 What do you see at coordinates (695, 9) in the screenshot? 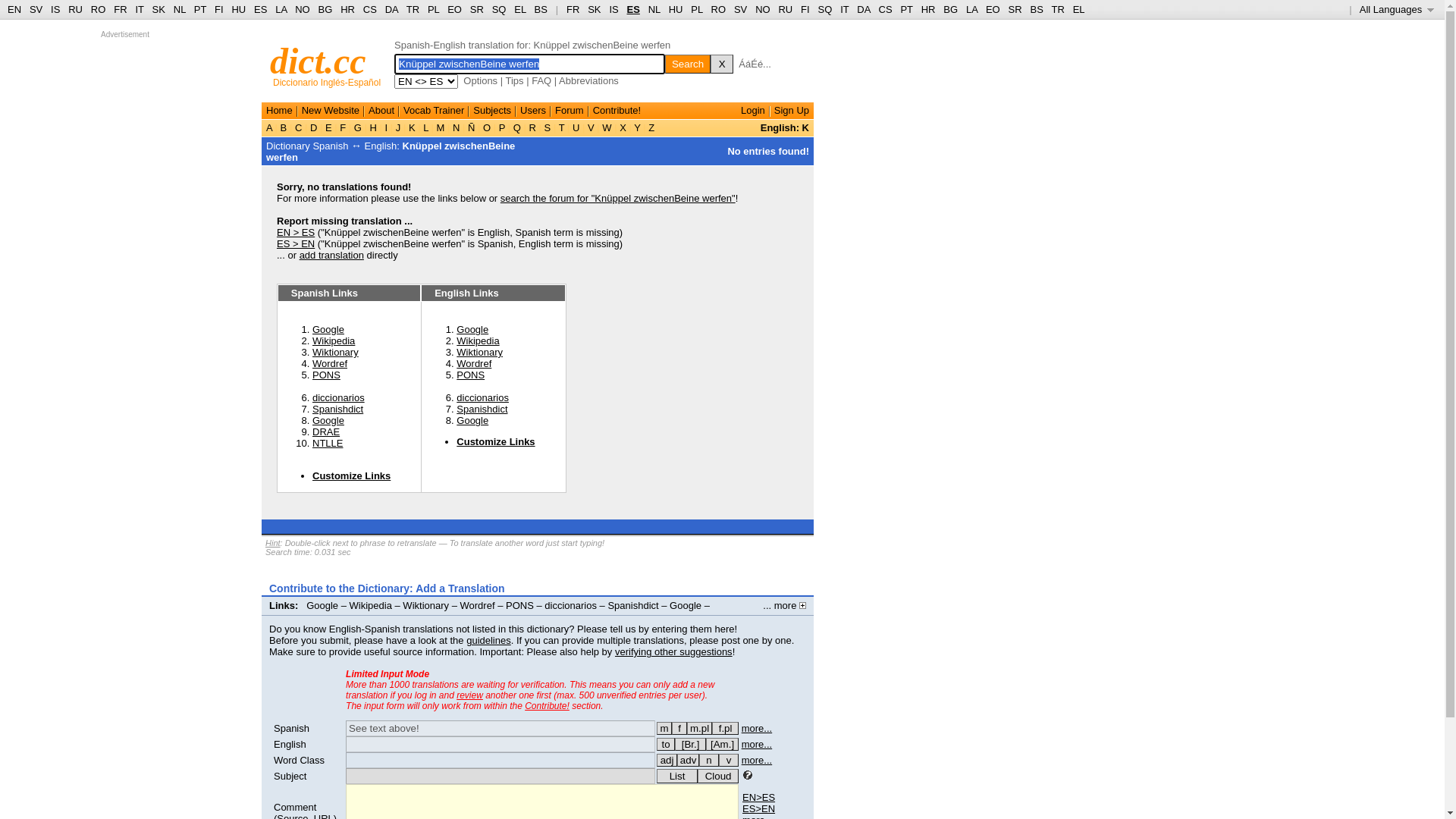
I see `'PL'` at bounding box center [695, 9].